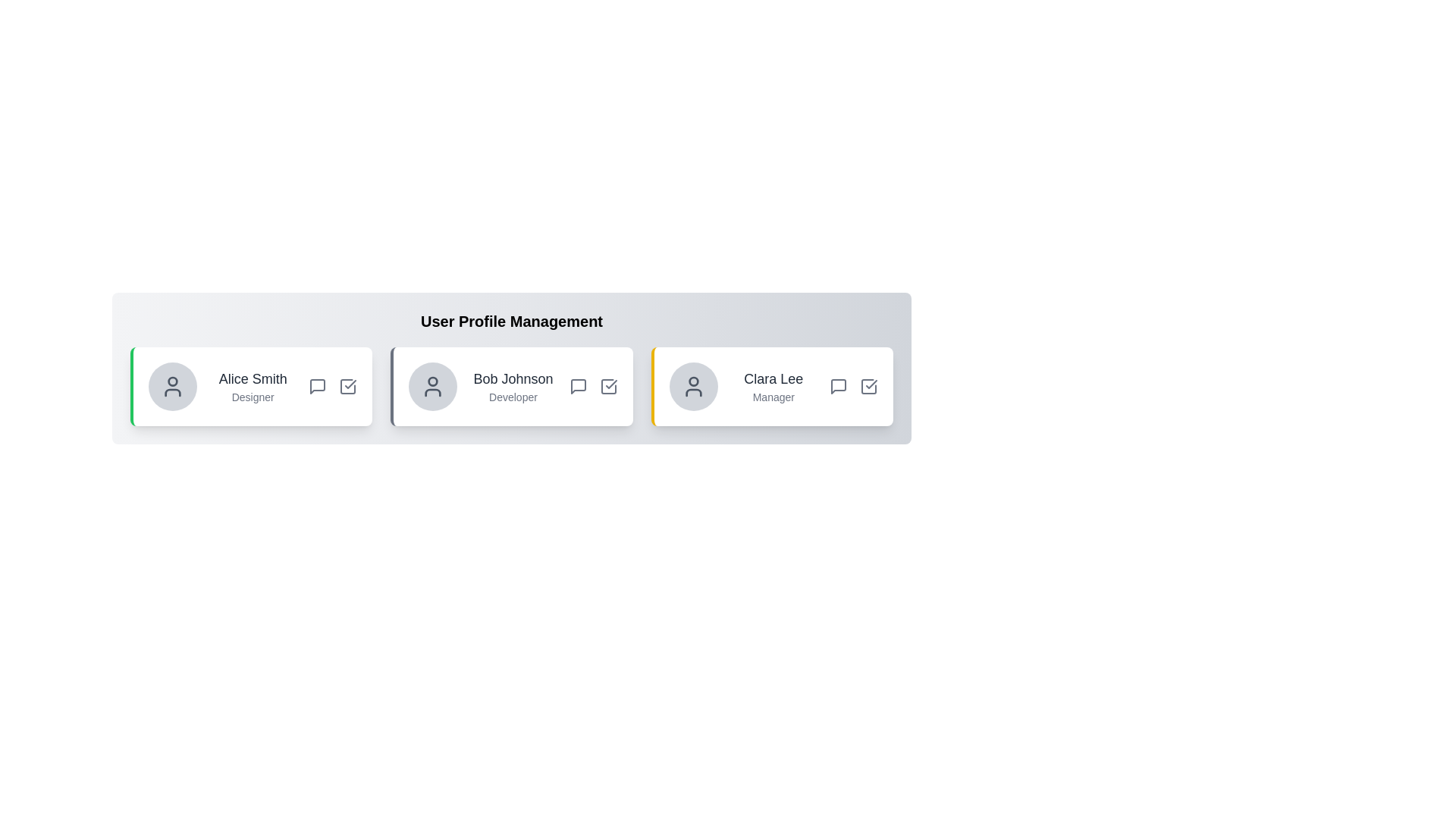 The image size is (1456, 819). I want to click on the checkmark icon button located at the bottom-left of Alice Smith's user card to confirm the selection, so click(347, 385).